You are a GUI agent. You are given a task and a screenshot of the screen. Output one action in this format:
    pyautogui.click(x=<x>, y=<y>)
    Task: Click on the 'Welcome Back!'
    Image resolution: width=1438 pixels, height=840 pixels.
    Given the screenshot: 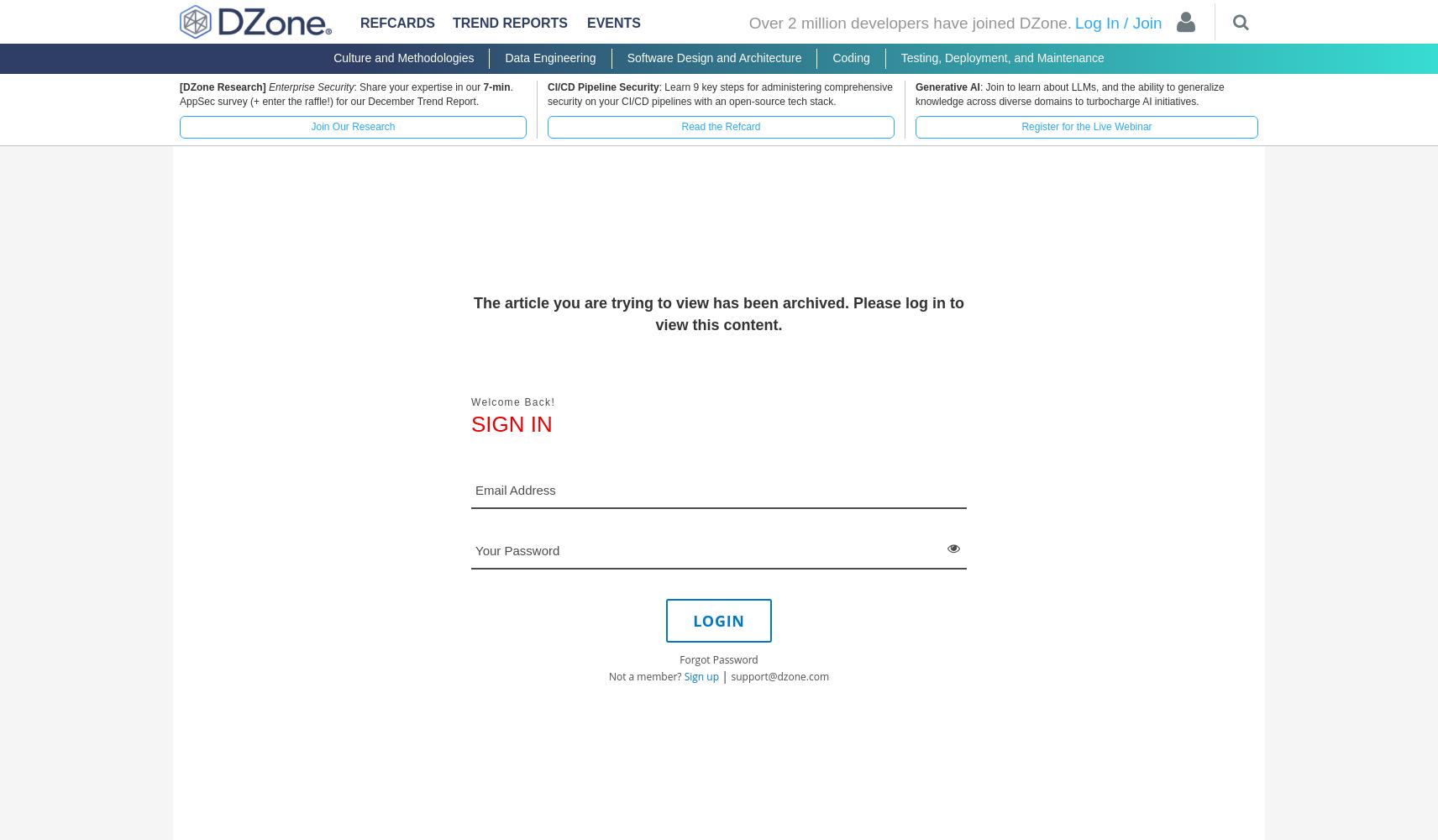 What is the action you would take?
    pyautogui.click(x=512, y=401)
    